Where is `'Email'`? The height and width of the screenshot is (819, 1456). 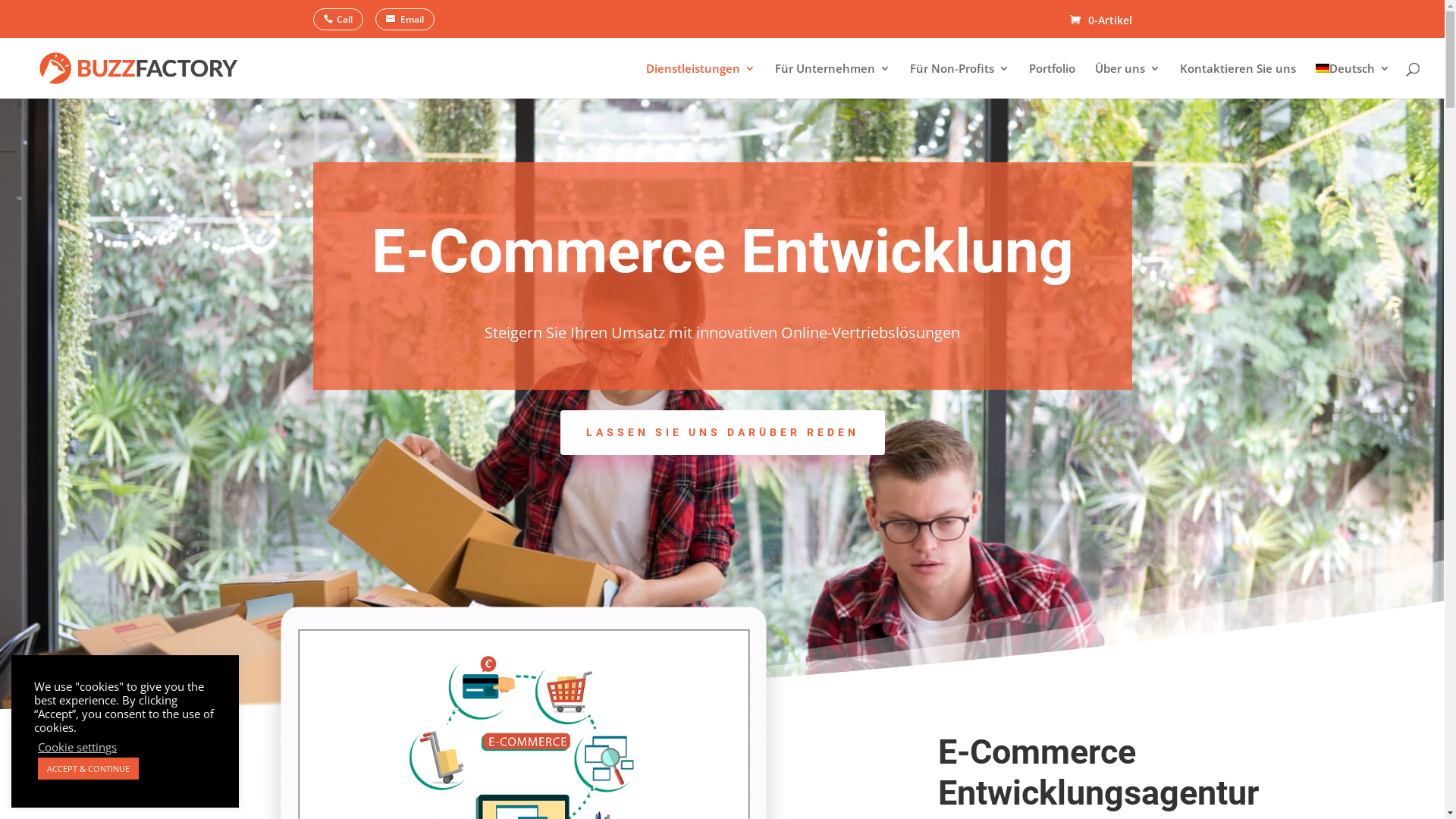
'Email' is located at coordinates (403, 19).